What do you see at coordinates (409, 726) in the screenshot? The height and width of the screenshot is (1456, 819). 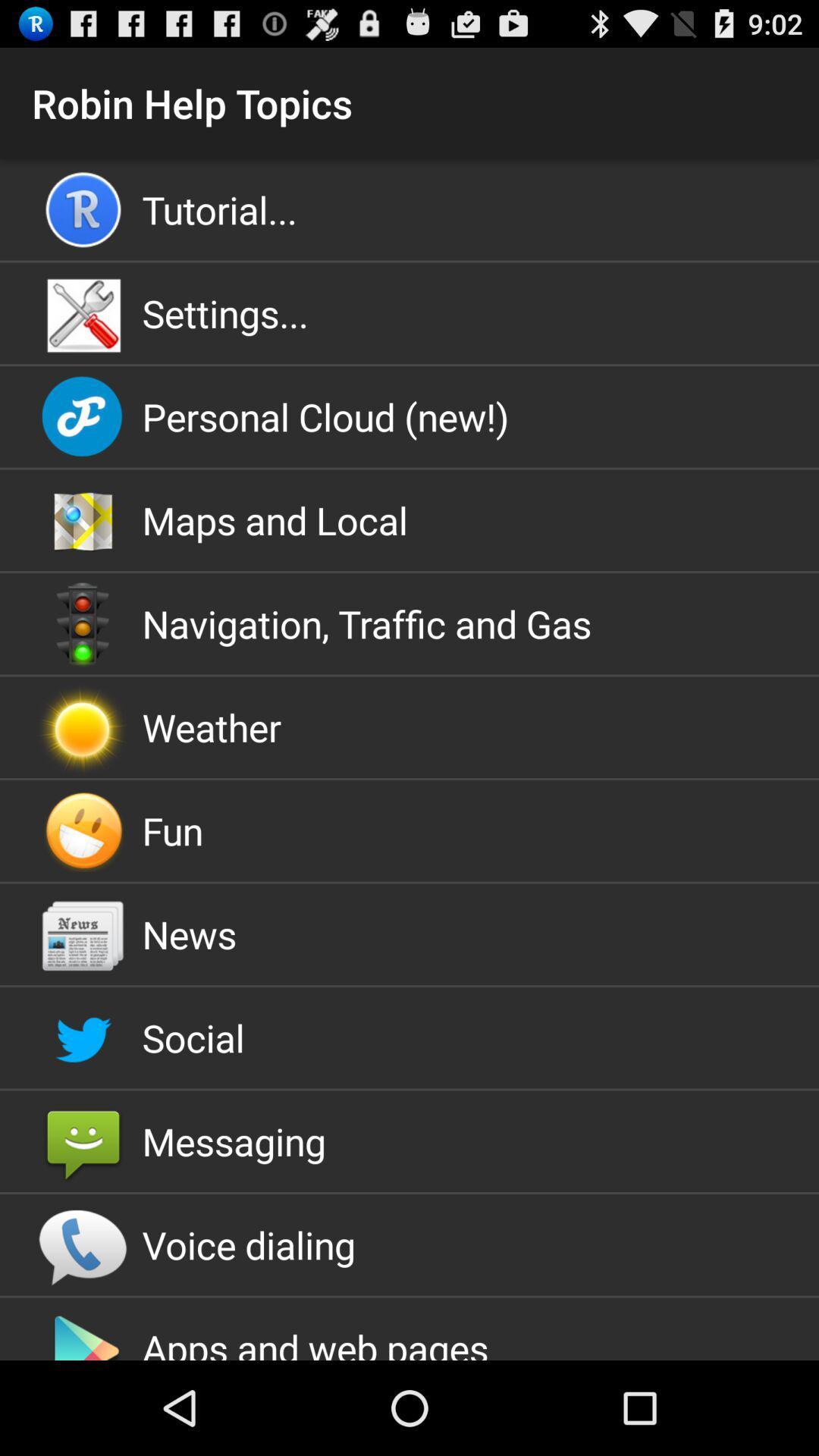 I see `app above the  fun app` at bounding box center [409, 726].